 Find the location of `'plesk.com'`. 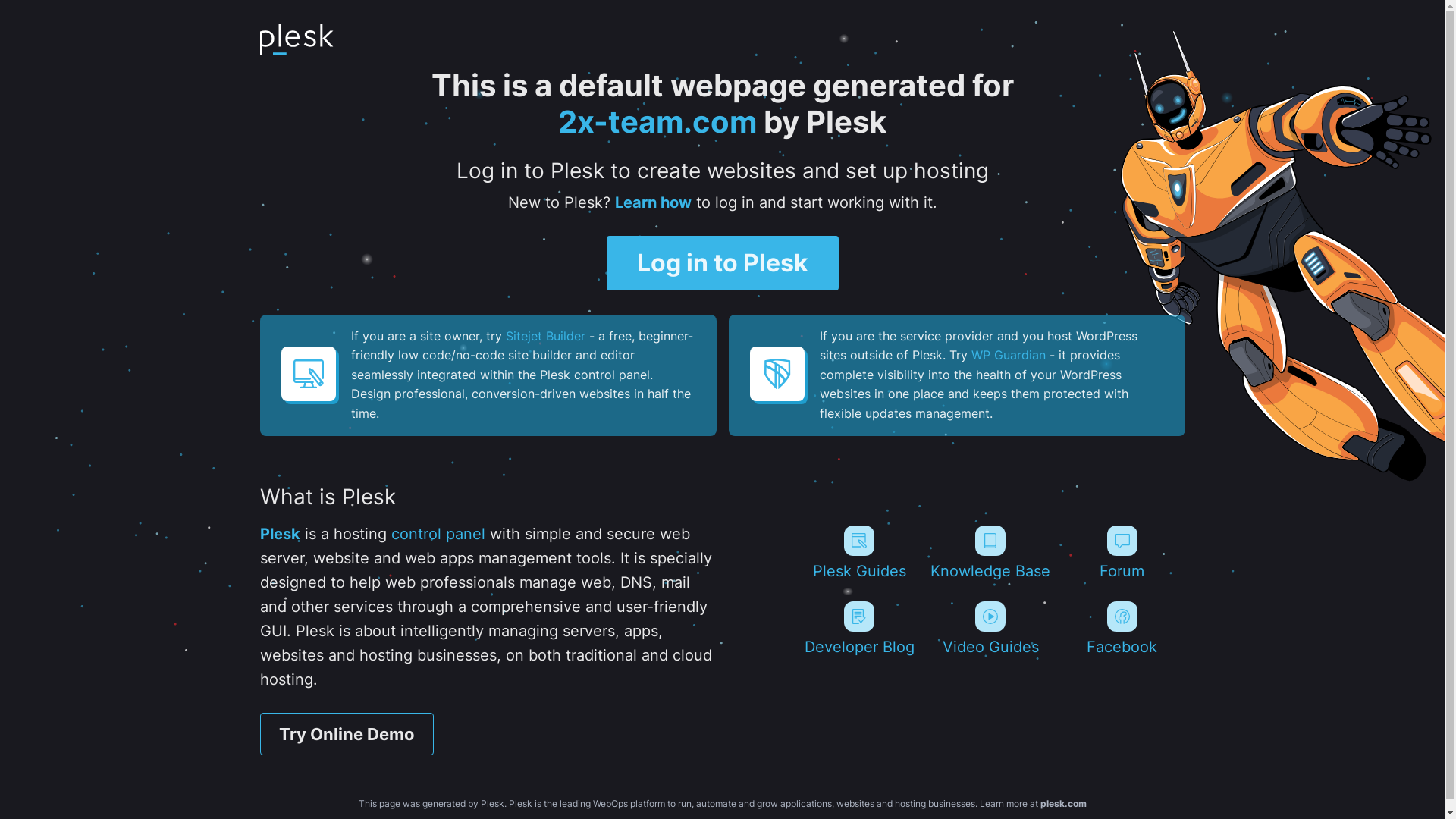

'plesk.com' is located at coordinates (1062, 802).